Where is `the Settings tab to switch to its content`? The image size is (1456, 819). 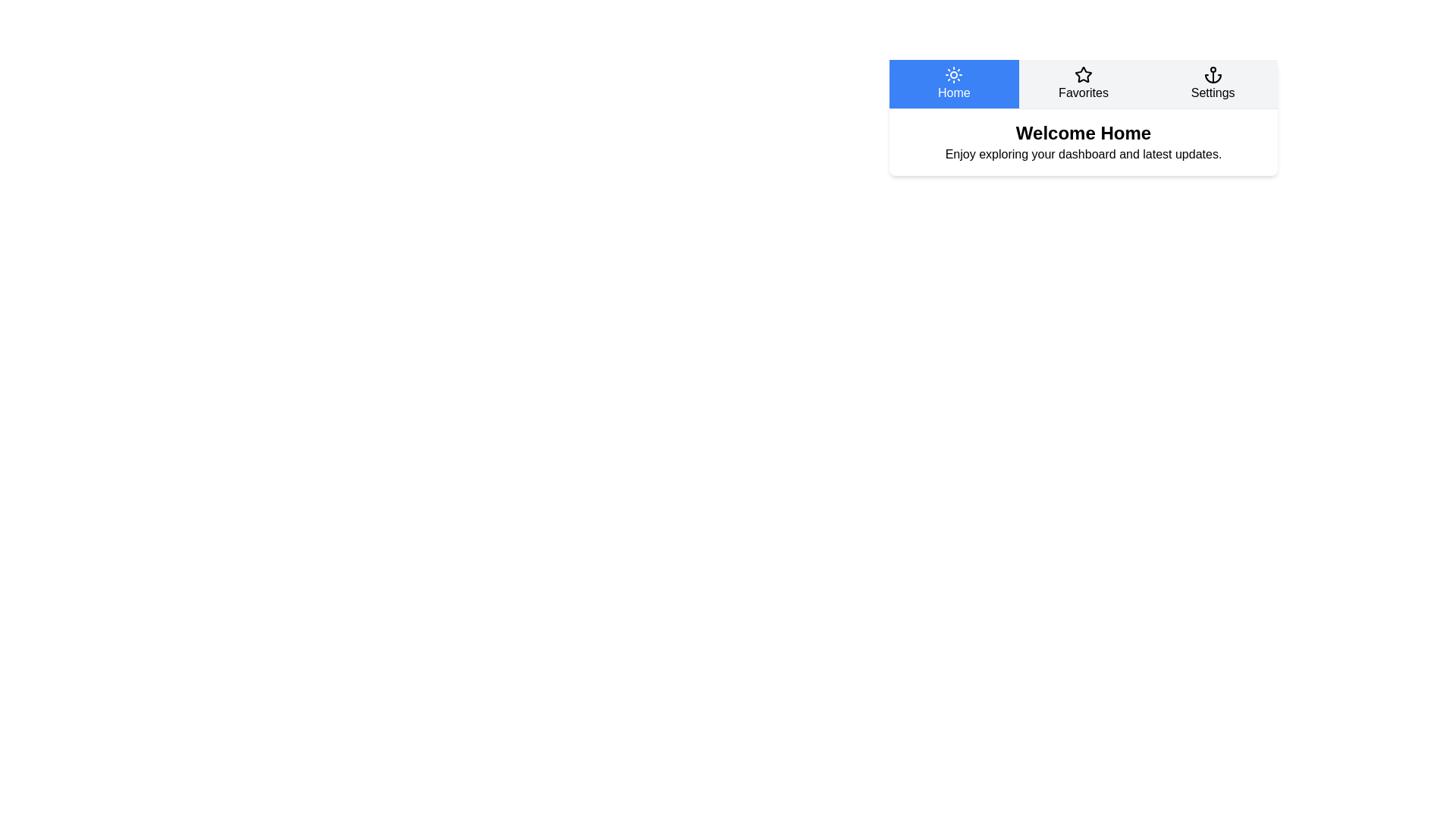
the Settings tab to switch to its content is located at coordinates (1212, 84).